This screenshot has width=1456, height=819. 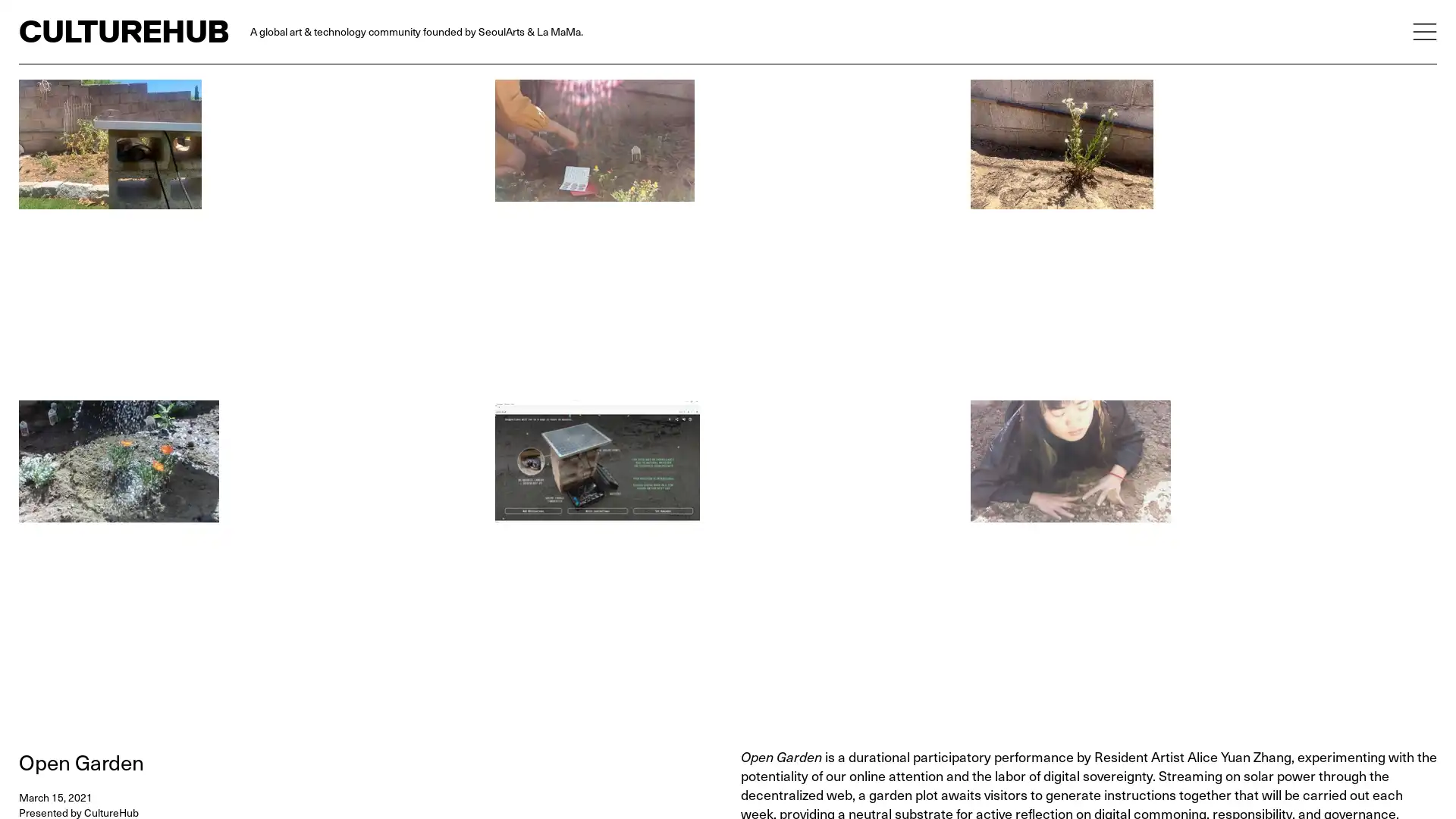 I want to click on View fullsize Web view - off.png, so click(x=726, y=555).